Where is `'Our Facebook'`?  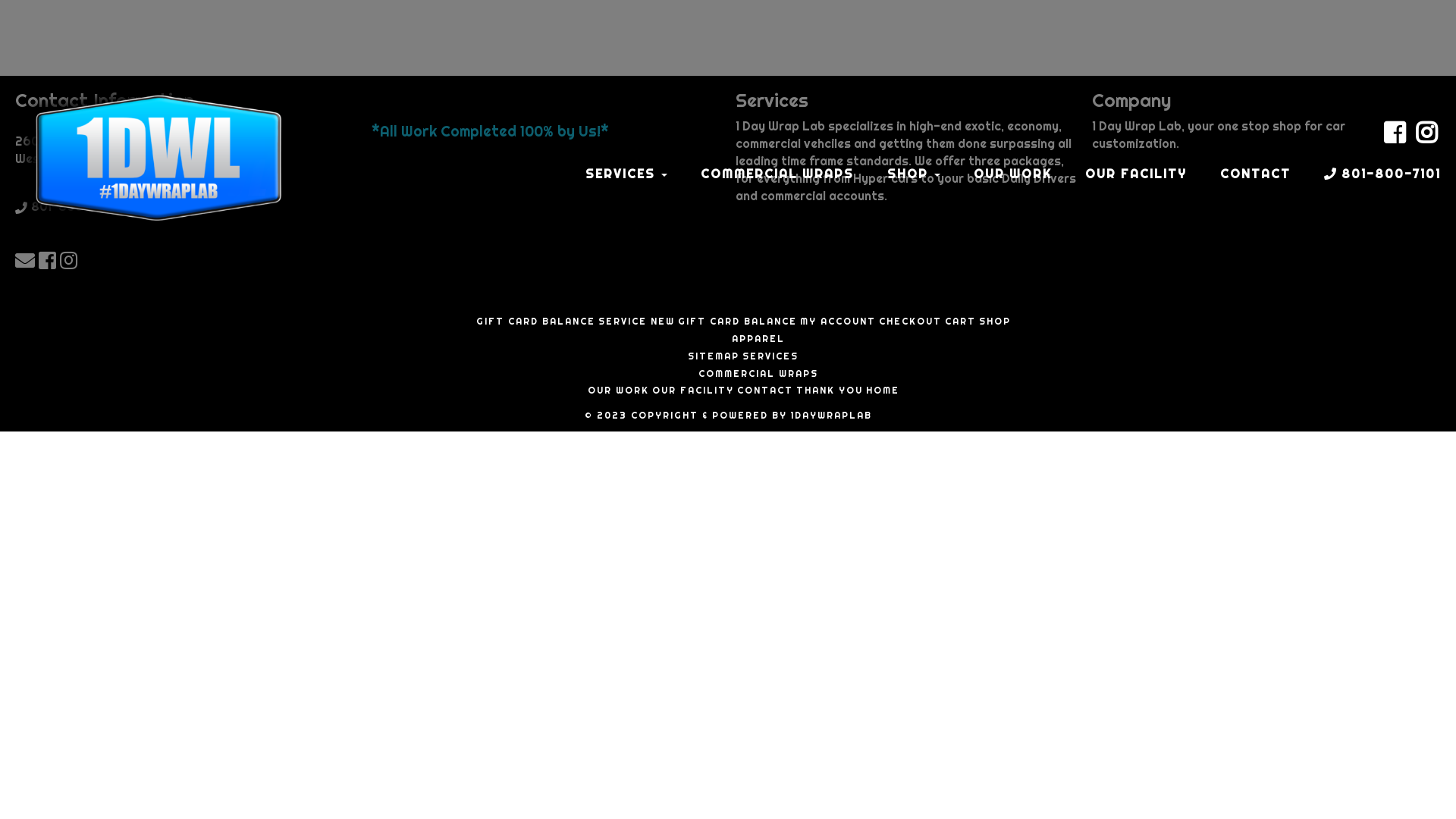 'Our Facebook' is located at coordinates (49, 259).